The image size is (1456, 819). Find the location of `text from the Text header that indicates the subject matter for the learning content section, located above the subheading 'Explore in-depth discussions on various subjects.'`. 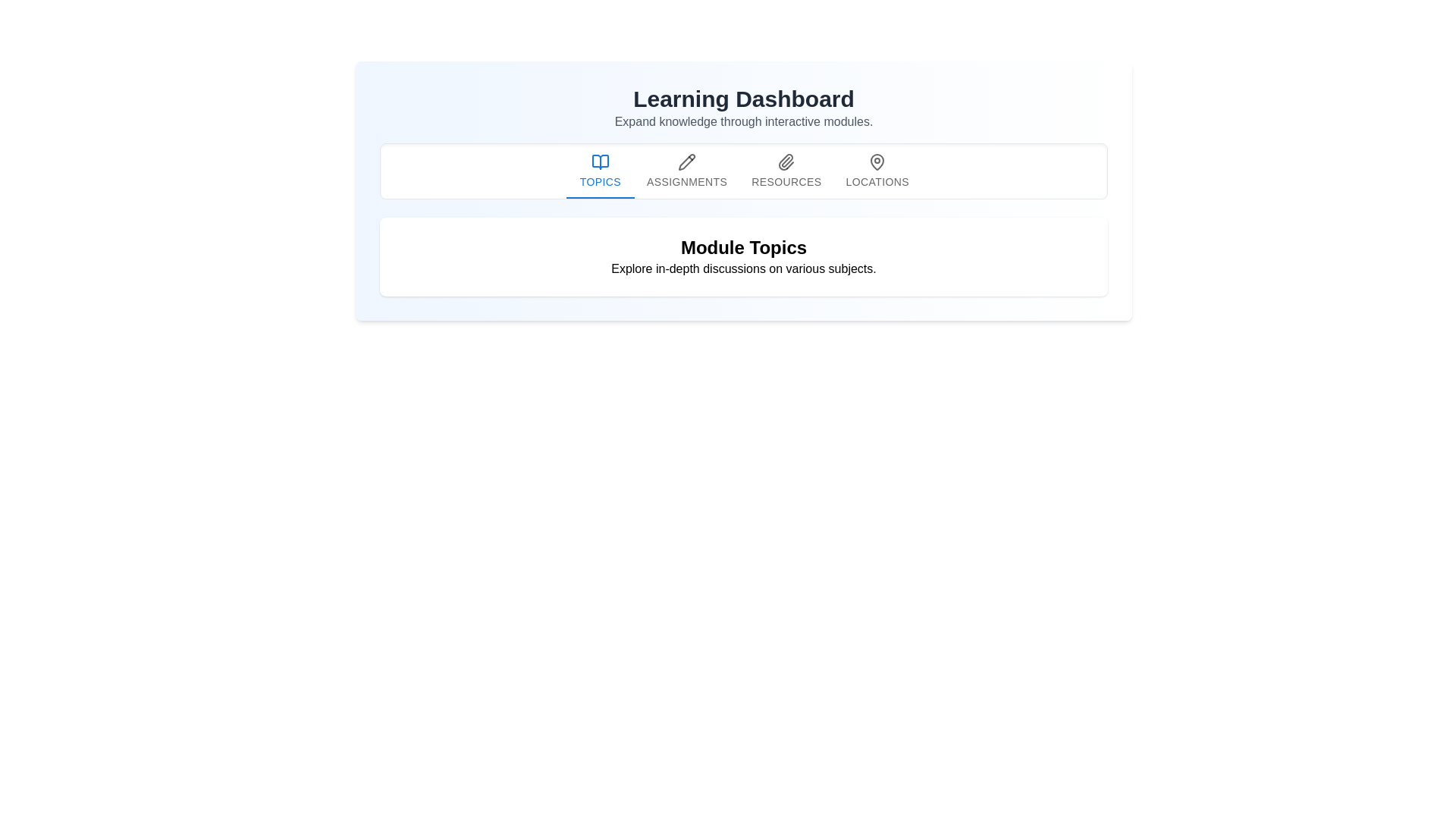

text from the Text header that indicates the subject matter for the learning content section, located above the subheading 'Explore in-depth discussions on various subjects.' is located at coordinates (743, 247).